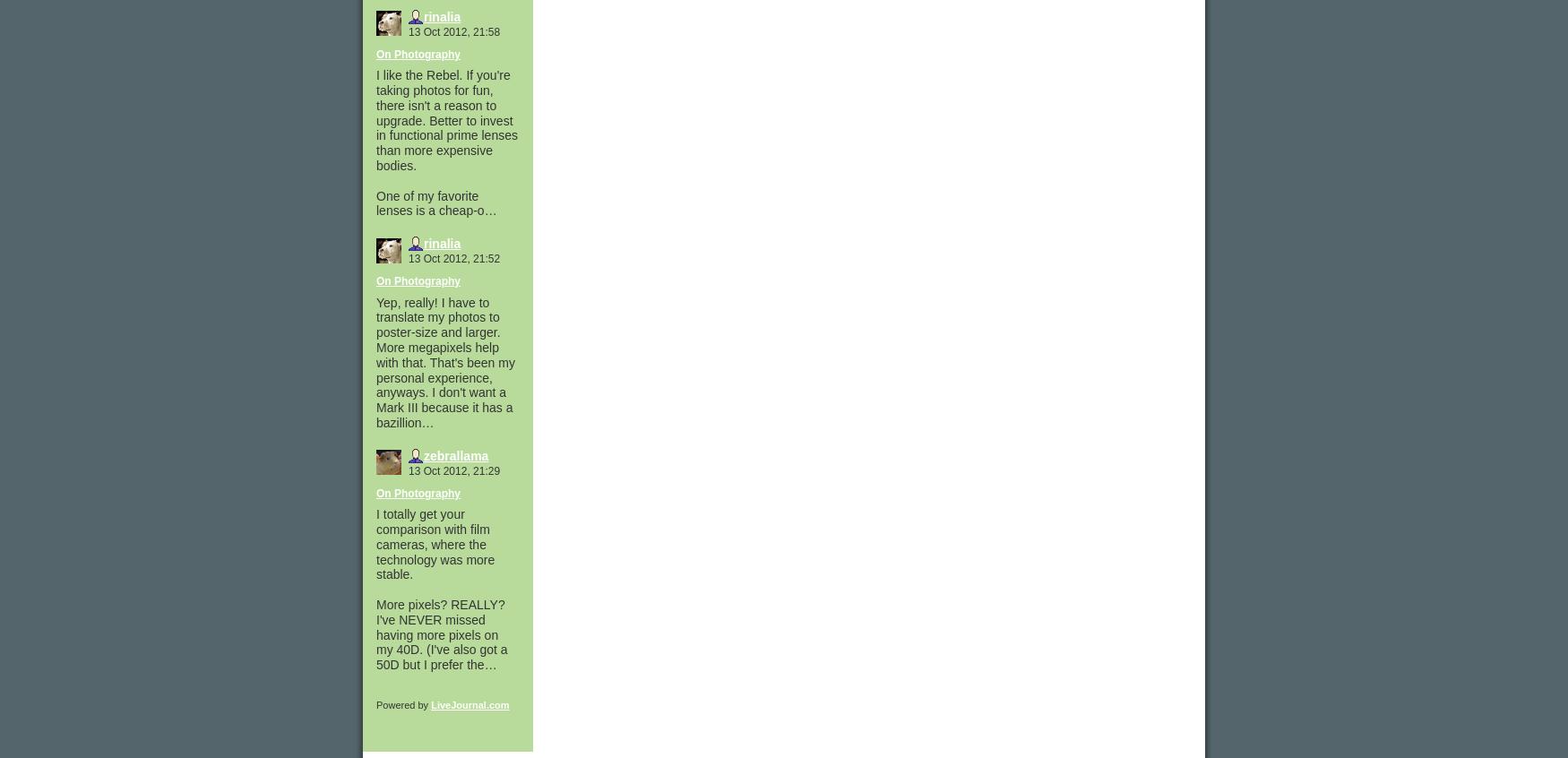  Describe the element at coordinates (441, 633) in the screenshot. I see `'More pixels? REALLY? I've NEVER missed having more pixels on my 40D. (I've also got a 50D but I prefer the…'` at that location.